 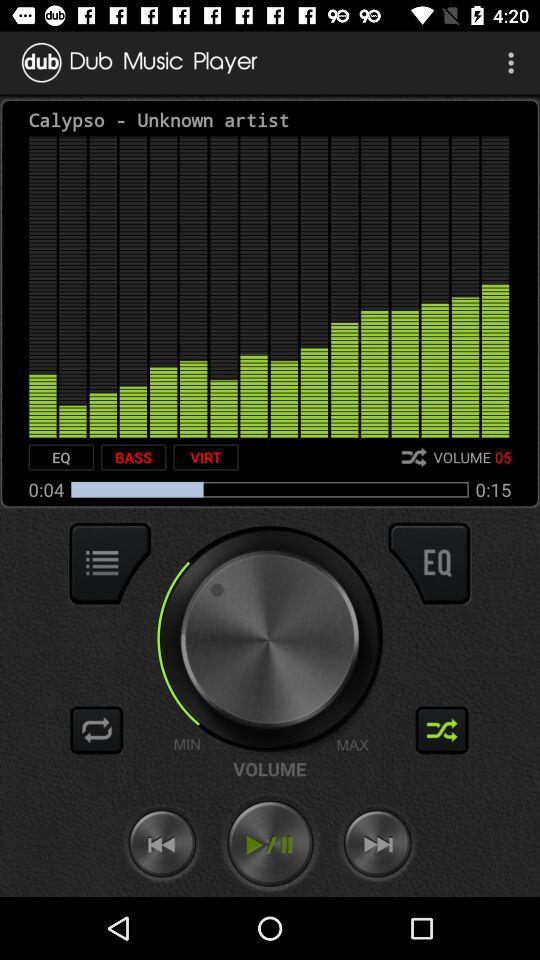 What do you see at coordinates (270, 843) in the screenshot?
I see `switch to play` at bounding box center [270, 843].